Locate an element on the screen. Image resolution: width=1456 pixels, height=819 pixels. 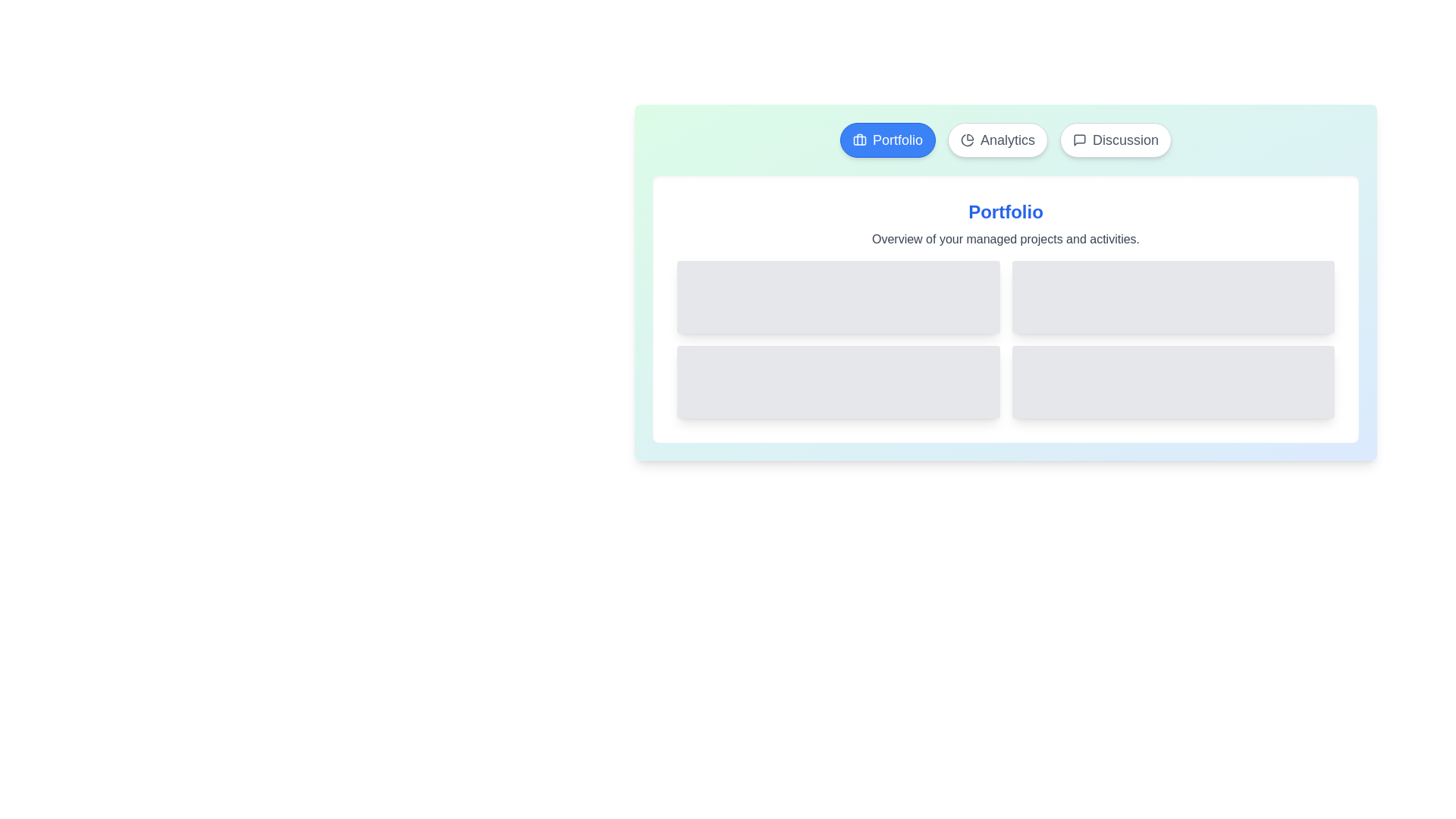
the Analytics tab by clicking on its button is located at coordinates (997, 140).